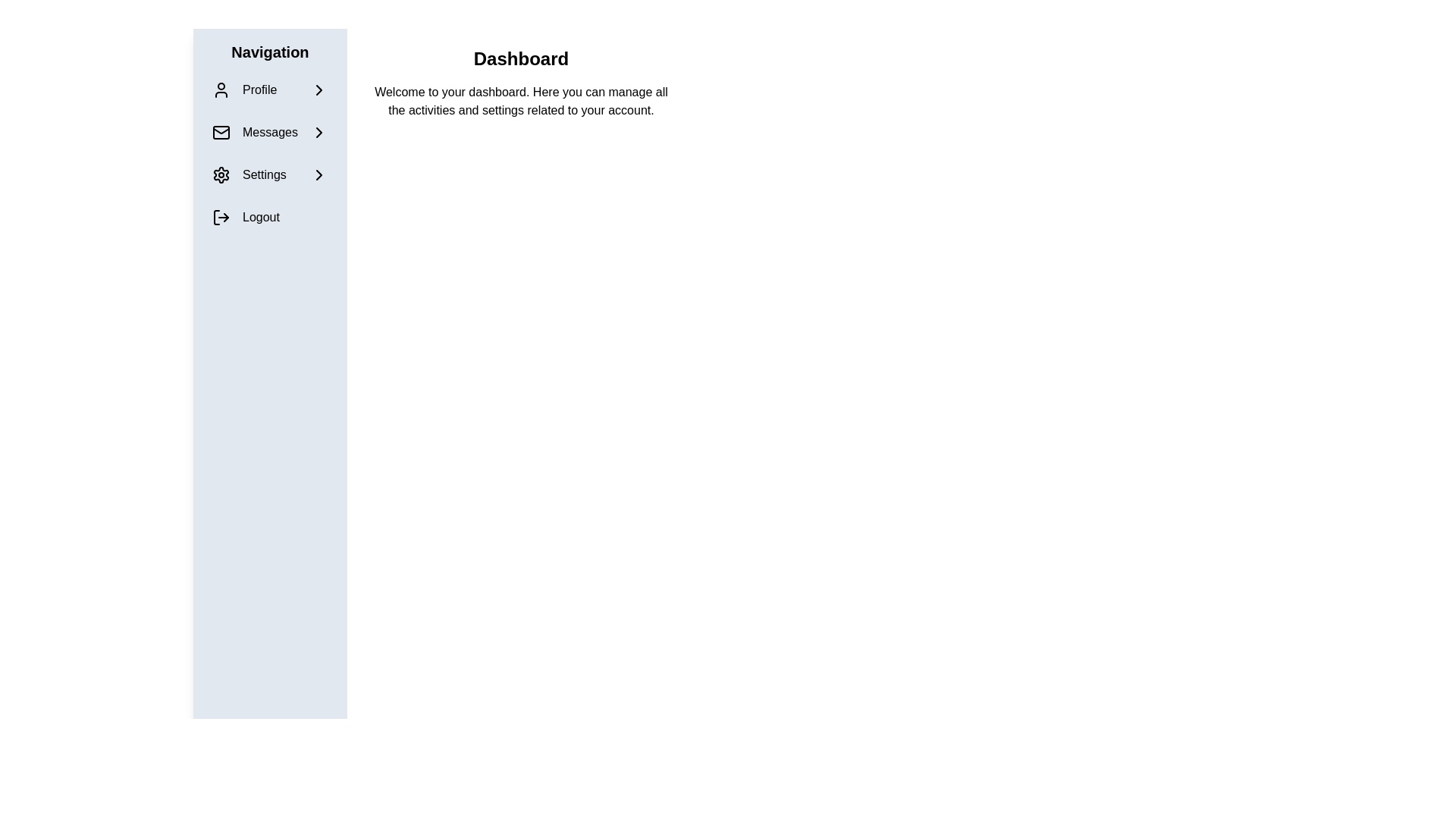 This screenshot has width=1456, height=819. Describe the element at coordinates (221, 174) in the screenshot. I see `the 'Settings' icon in the navigation menu` at that location.